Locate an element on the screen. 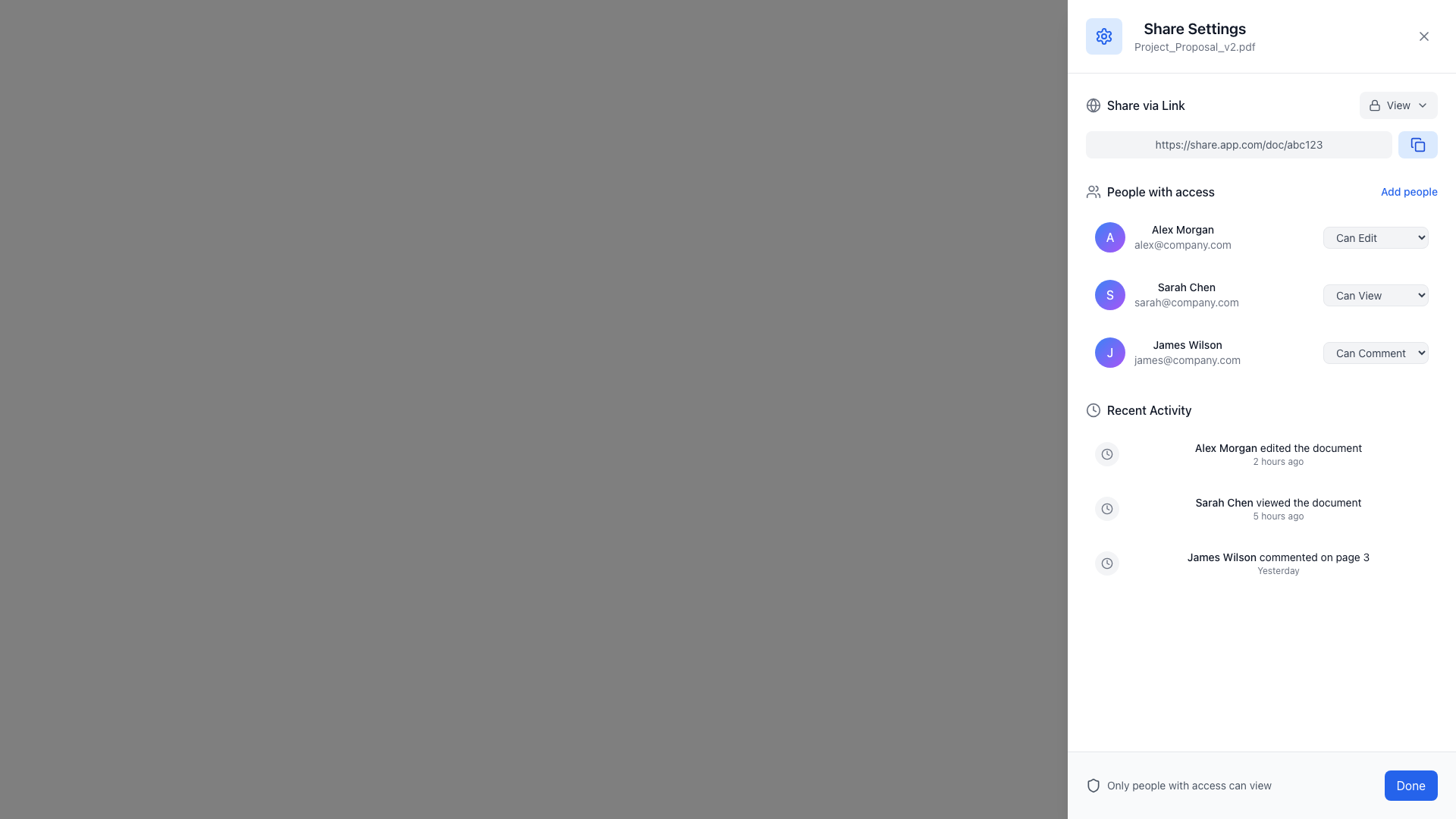 The height and width of the screenshot is (819, 1456). the SVG circle element that serves as the outer frame of the clock icon in the 'Recent Activity' section of the right sidebar is located at coordinates (1106, 453).